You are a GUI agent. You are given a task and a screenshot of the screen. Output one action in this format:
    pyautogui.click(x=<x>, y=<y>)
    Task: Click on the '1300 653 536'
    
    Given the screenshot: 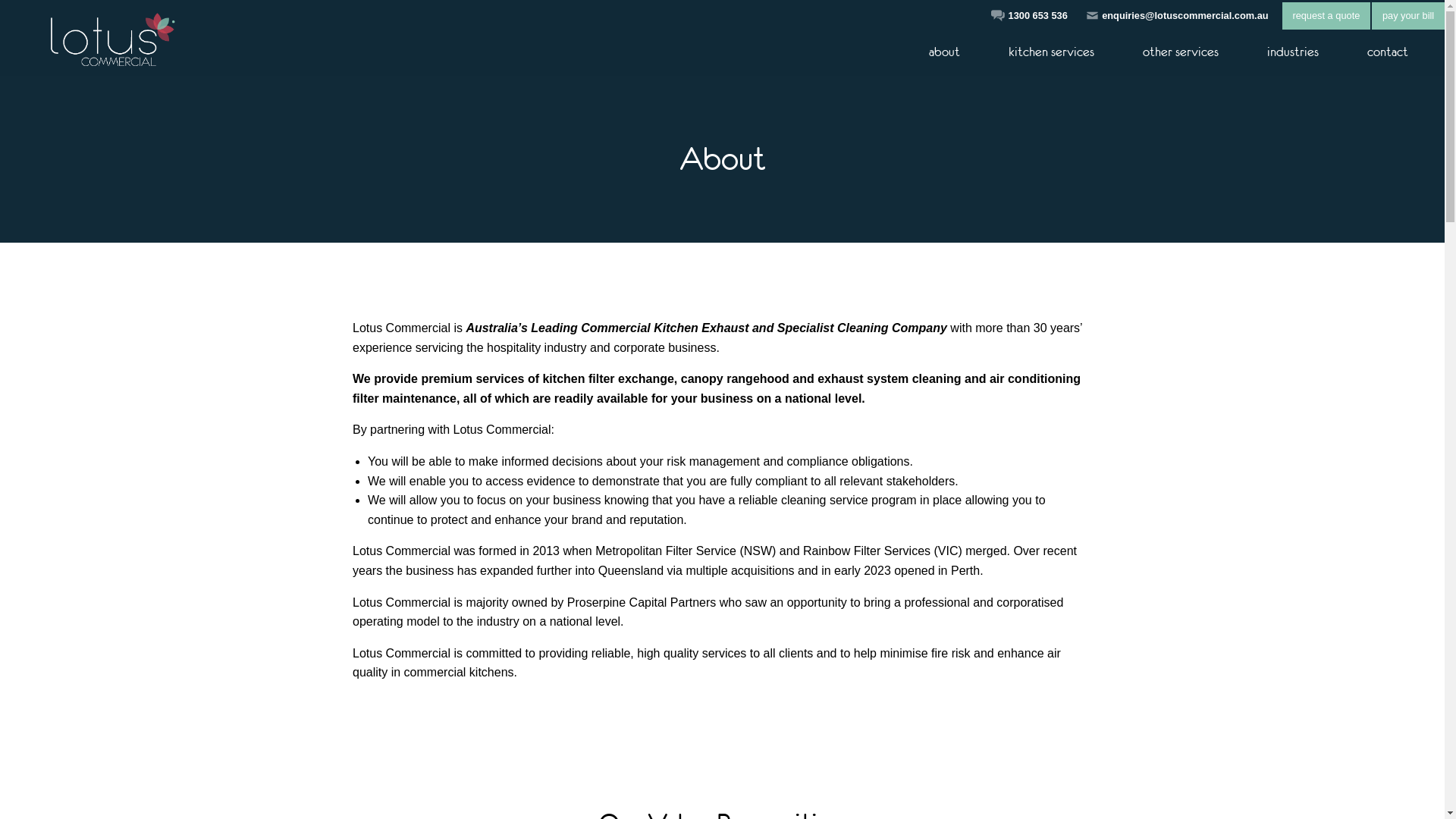 What is the action you would take?
    pyautogui.click(x=1008, y=15)
    